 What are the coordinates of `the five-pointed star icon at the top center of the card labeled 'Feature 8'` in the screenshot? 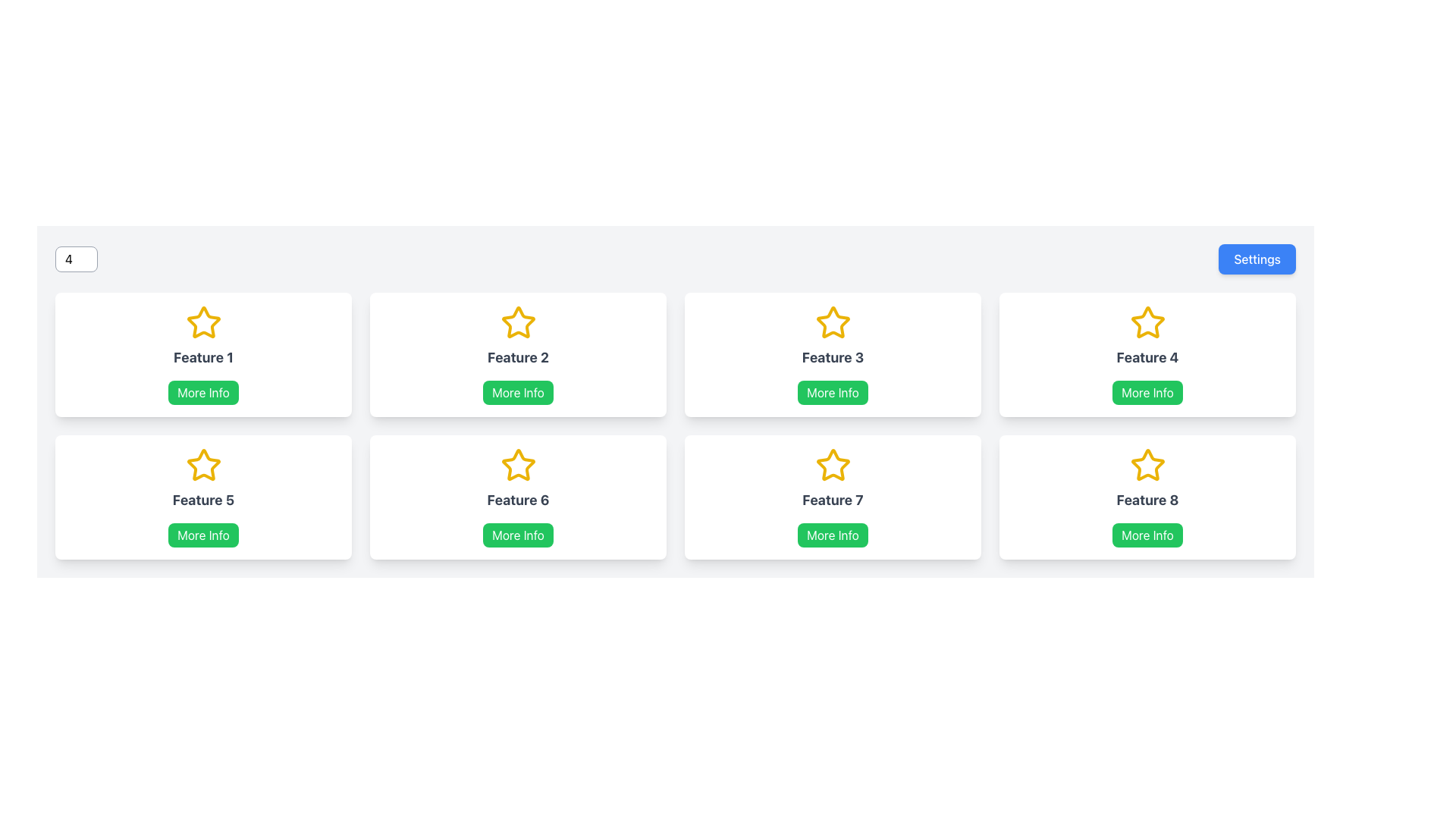 It's located at (1147, 464).